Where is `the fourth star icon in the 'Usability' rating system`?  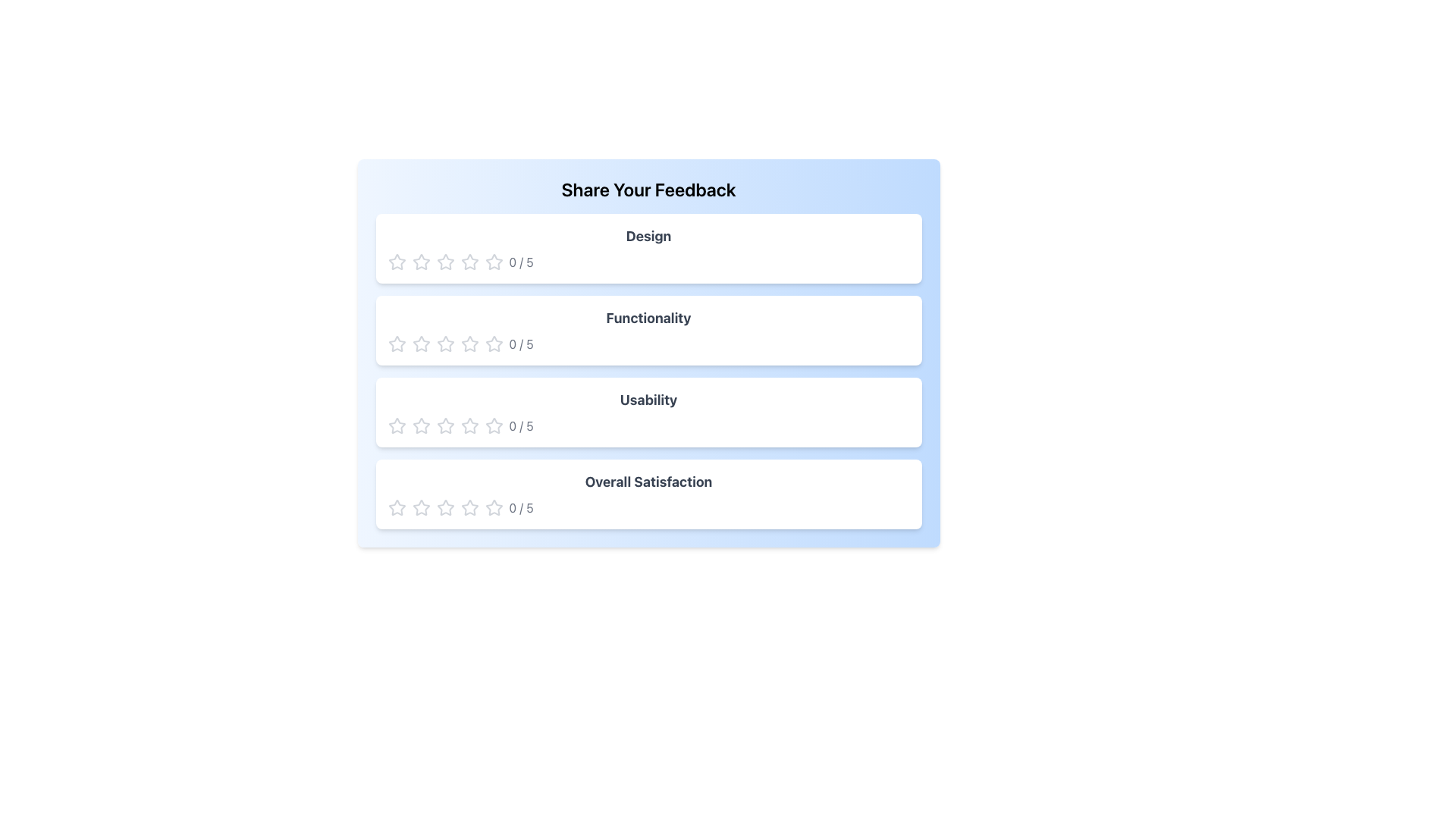
the fourth star icon in the 'Usability' rating system is located at coordinates (469, 426).